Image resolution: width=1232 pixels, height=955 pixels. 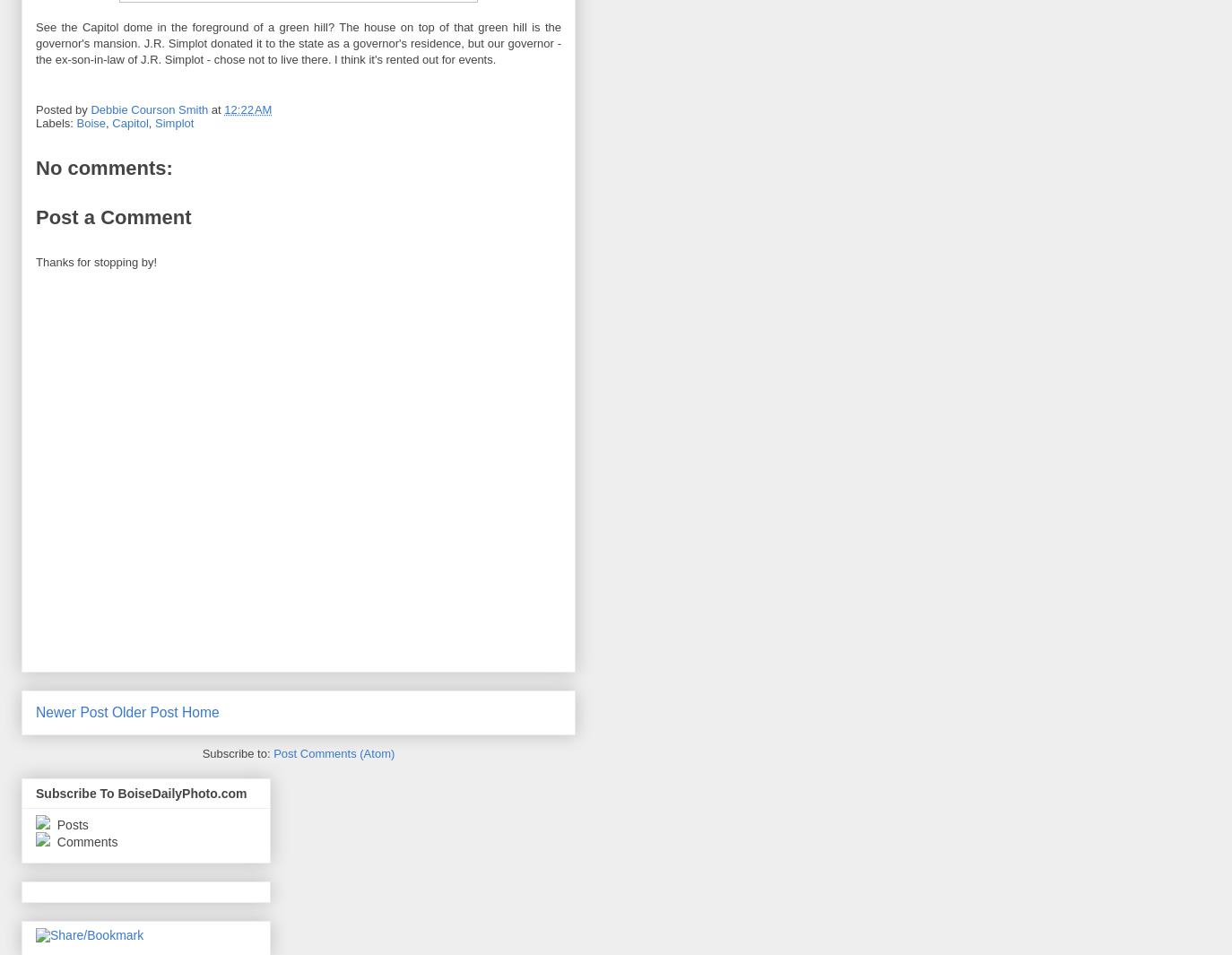 What do you see at coordinates (199, 712) in the screenshot?
I see `'Home'` at bounding box center [199, 712].